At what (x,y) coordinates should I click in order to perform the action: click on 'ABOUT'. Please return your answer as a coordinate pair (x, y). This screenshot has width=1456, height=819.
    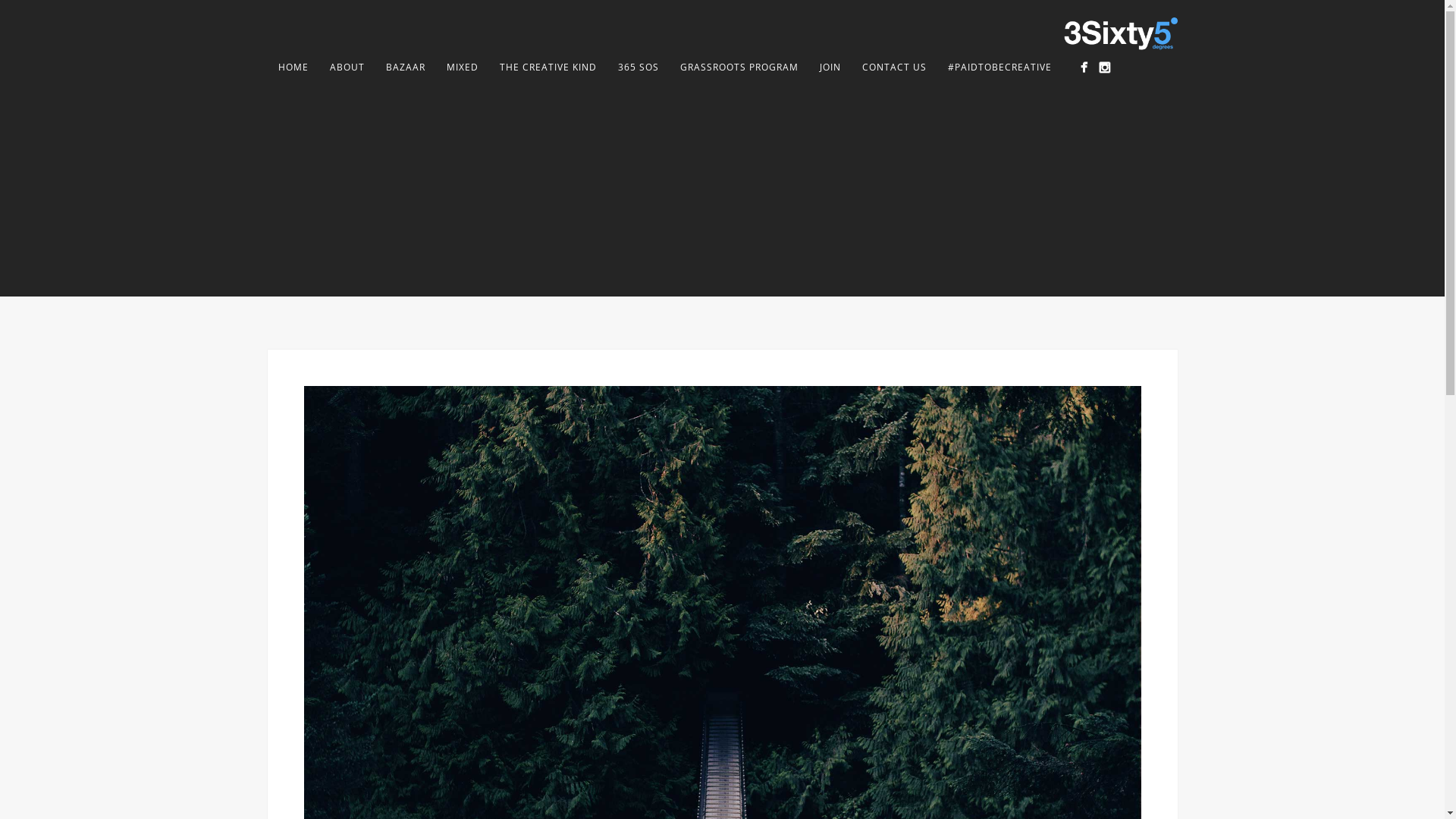
    Looking at the image, I should click on (345, 66).